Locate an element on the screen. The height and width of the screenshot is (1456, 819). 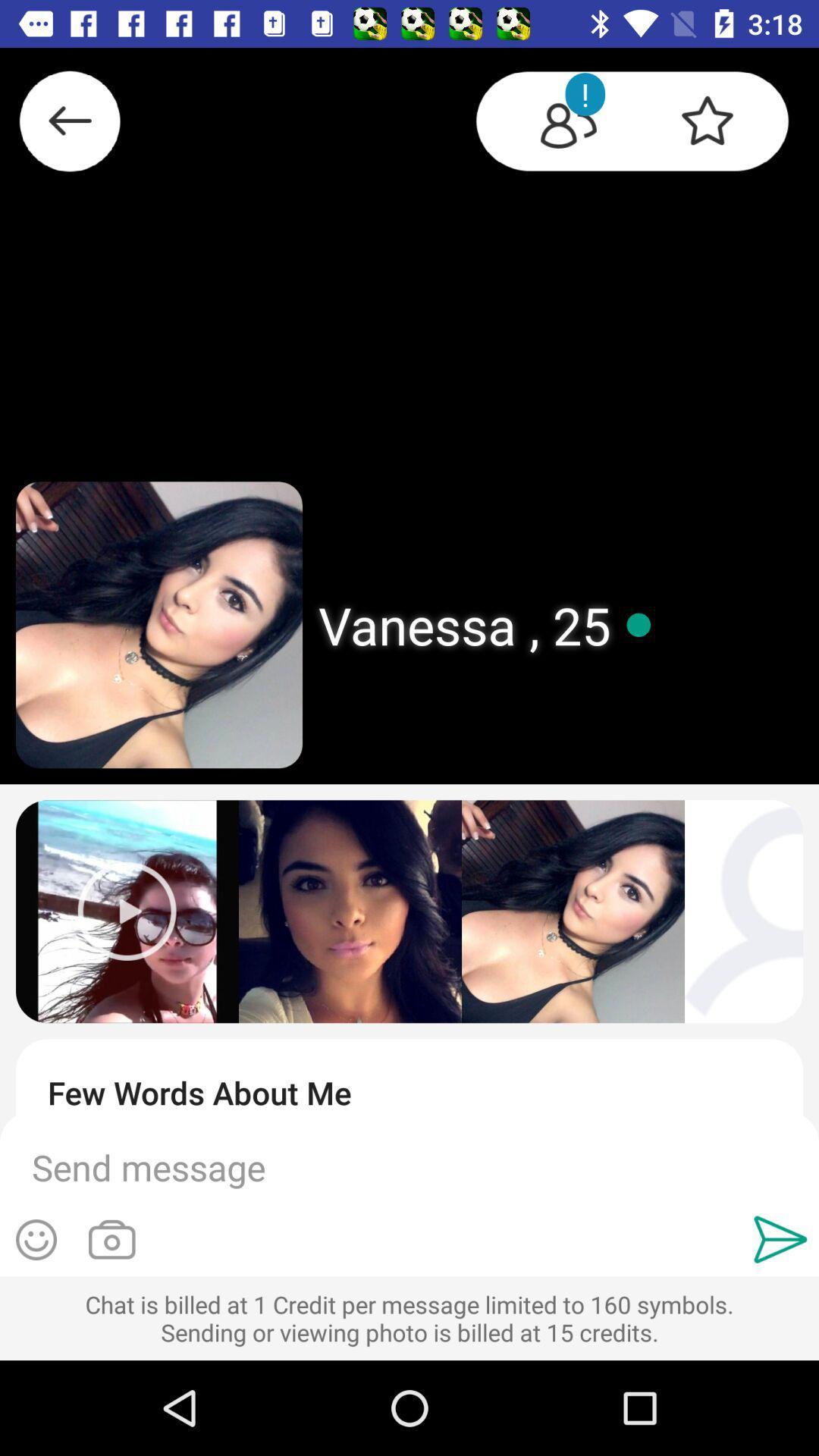
the star icon is located at coordinates (720, 124).